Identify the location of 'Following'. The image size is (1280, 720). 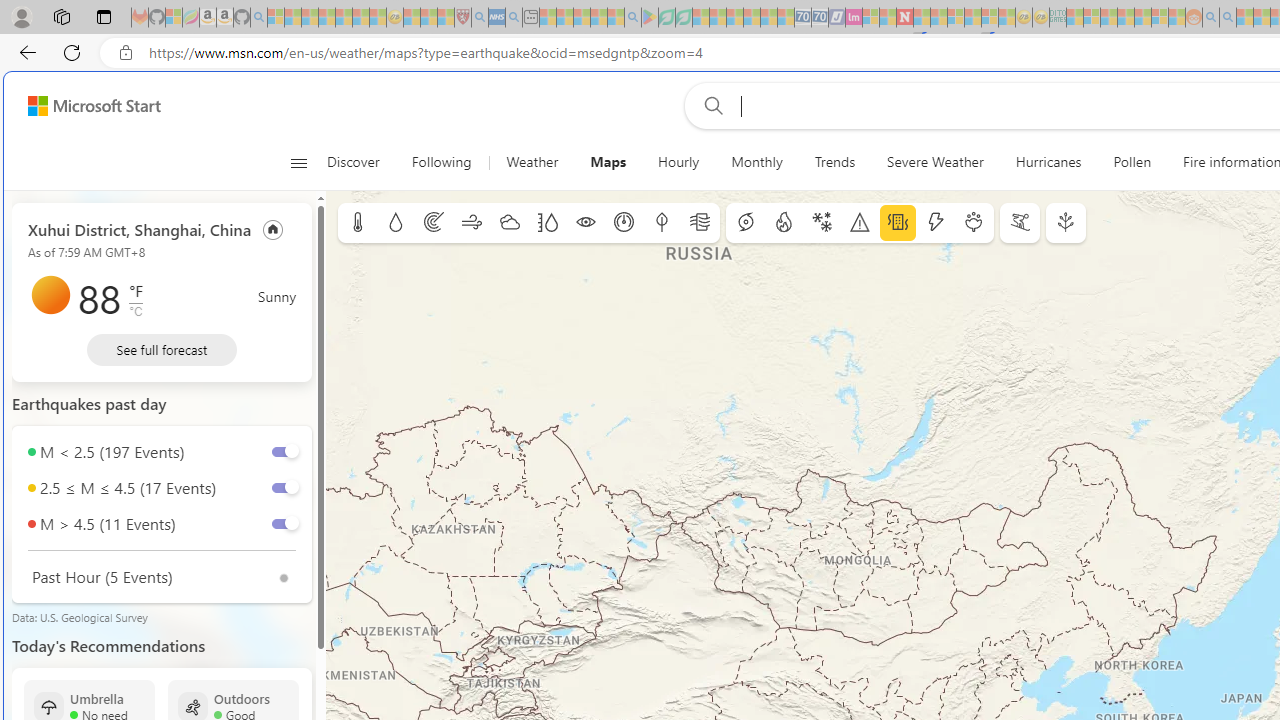
(442, 162).